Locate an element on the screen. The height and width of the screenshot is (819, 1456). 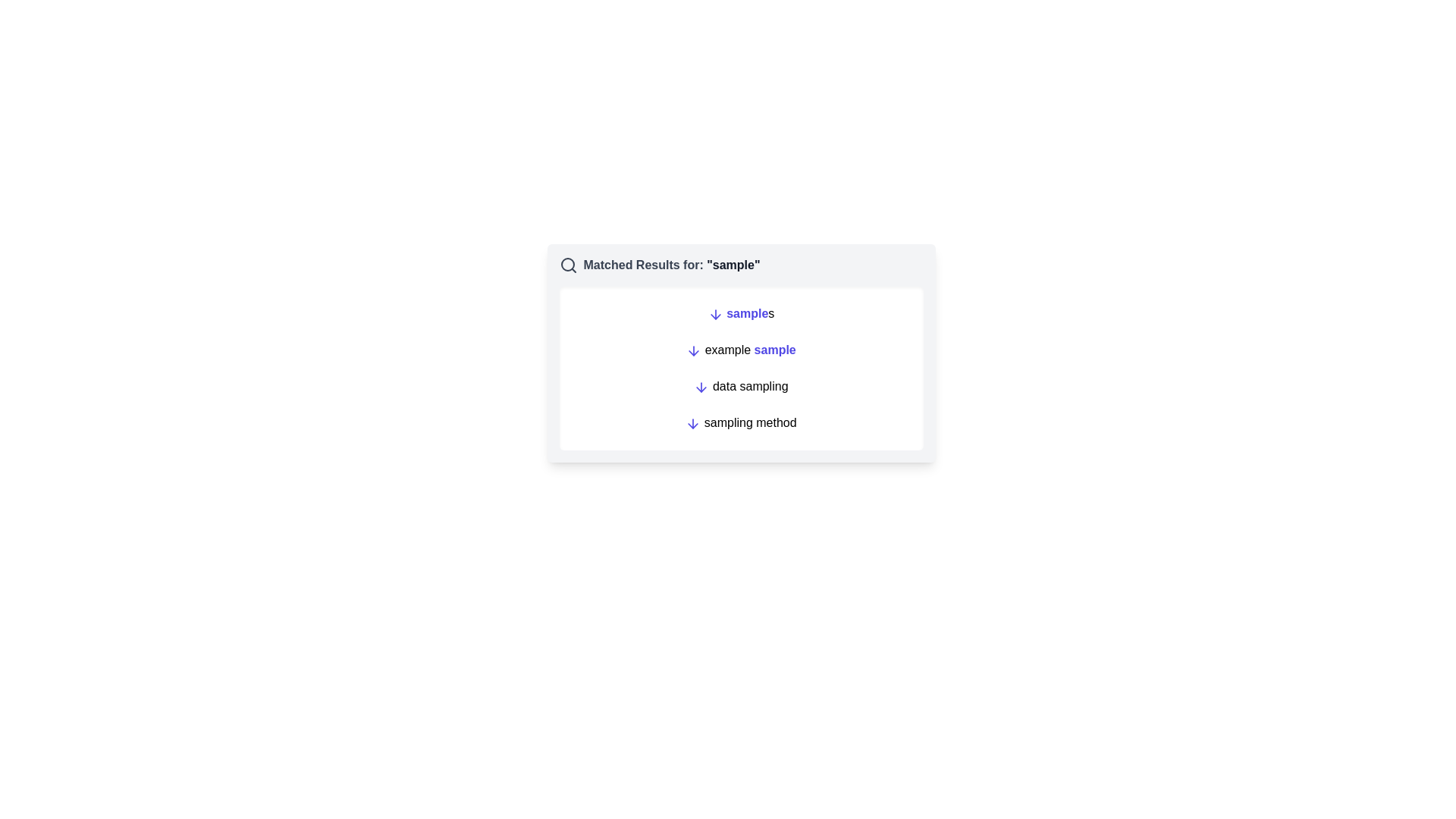
the highlighted text element that displays the searched term 'sample' within the search results is located at coordinates (733, 264).